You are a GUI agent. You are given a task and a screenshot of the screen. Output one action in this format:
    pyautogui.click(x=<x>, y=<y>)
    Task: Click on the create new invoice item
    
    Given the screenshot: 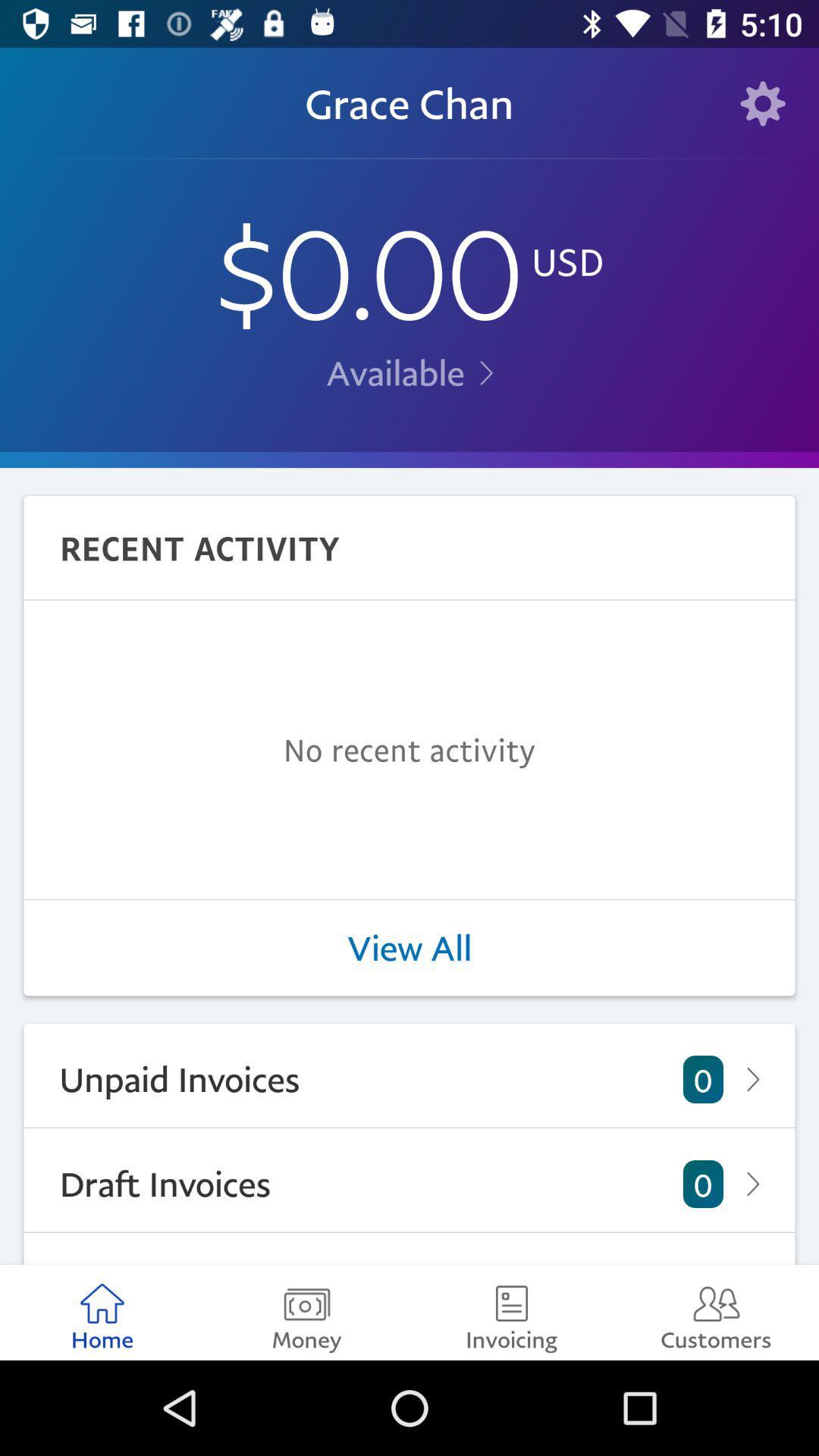 What is the action you would take?
    pyautogui.click(x=409, y=1248)
    